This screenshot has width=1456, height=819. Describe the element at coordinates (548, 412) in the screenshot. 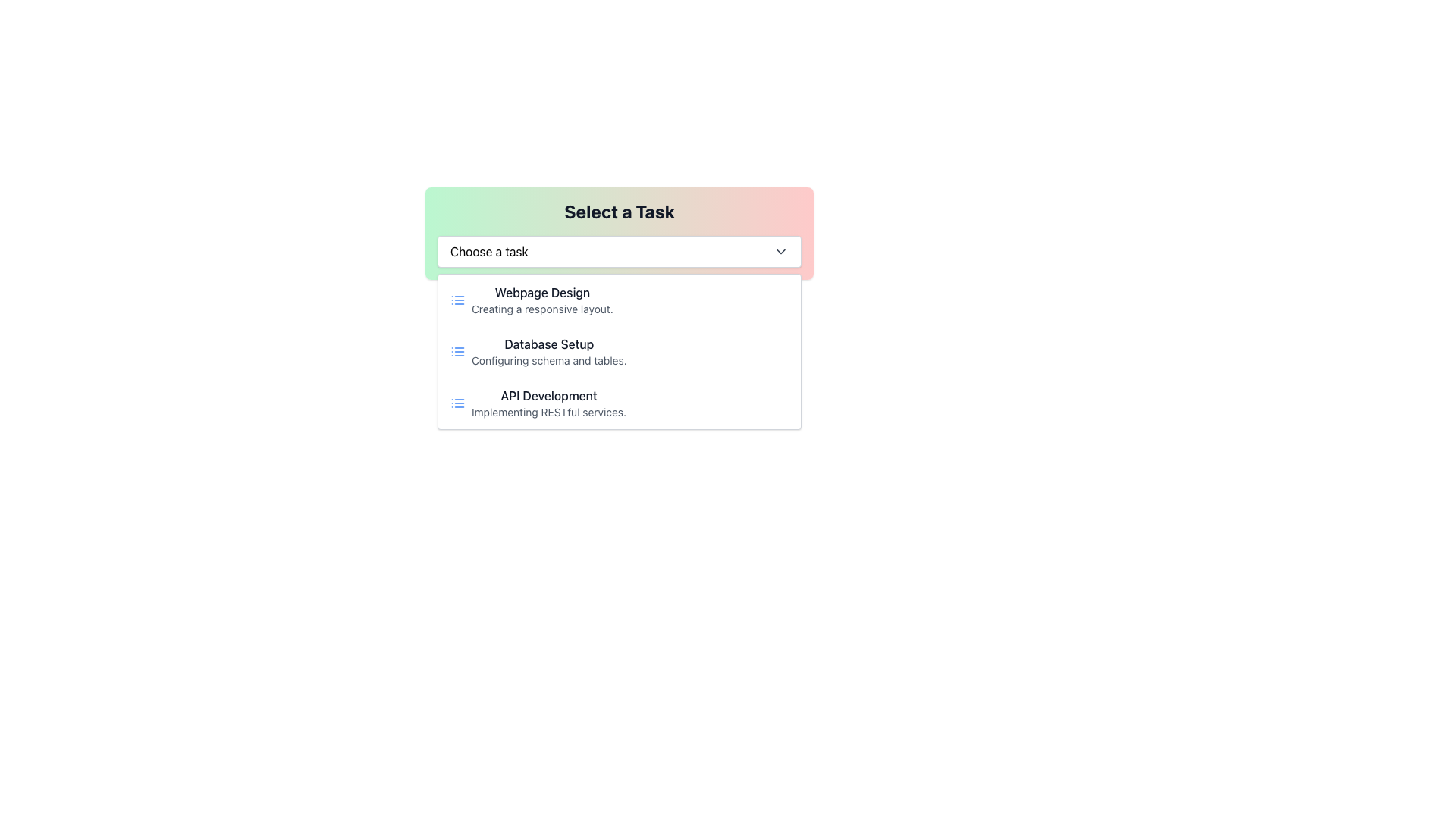

I see `the text label saying 'Implementing RESTful services.' located below the 'API Development' heading in the dropdown interface` at that location.